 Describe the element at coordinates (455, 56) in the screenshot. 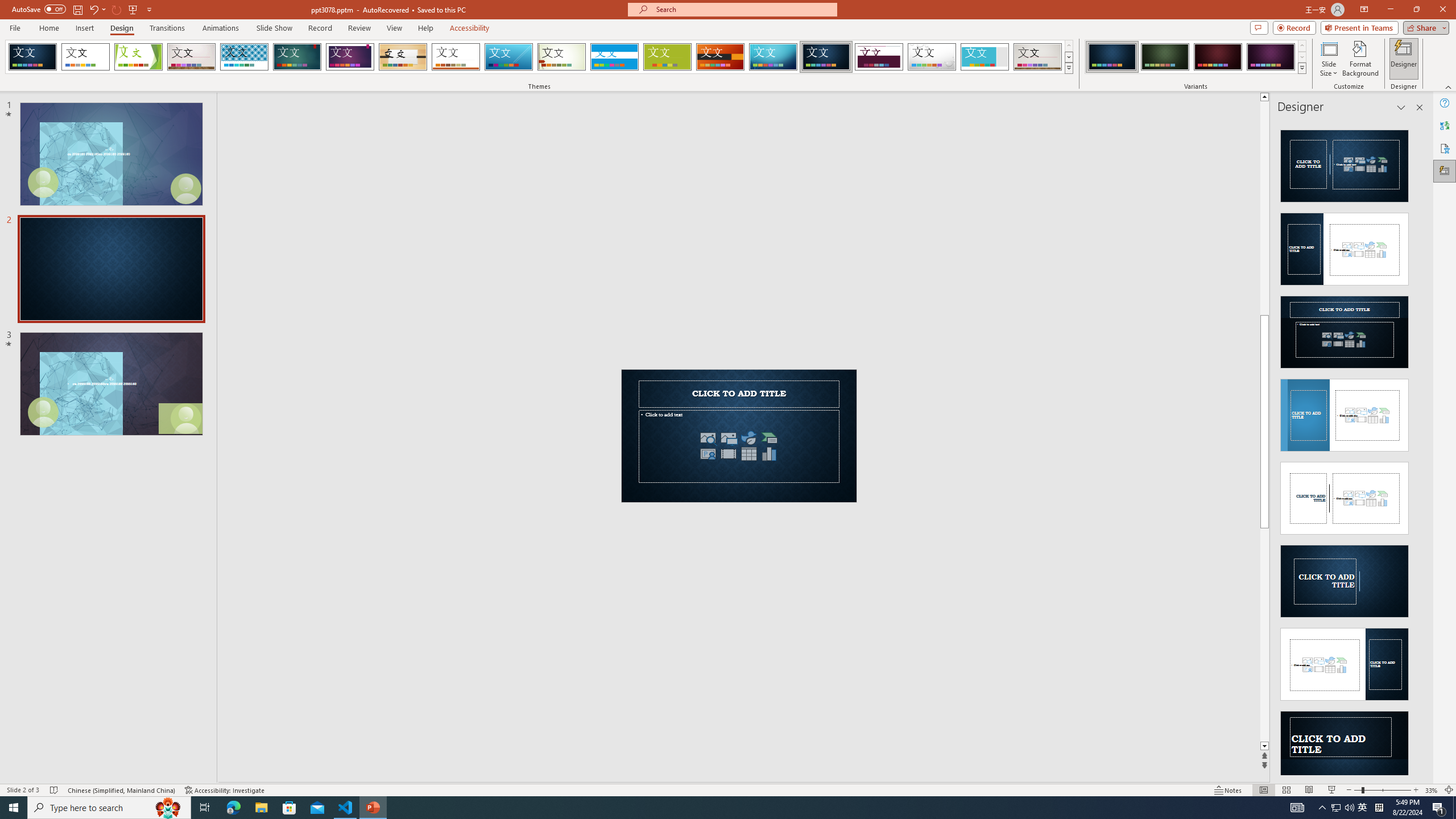

I see `'Retrospect'` at that location.